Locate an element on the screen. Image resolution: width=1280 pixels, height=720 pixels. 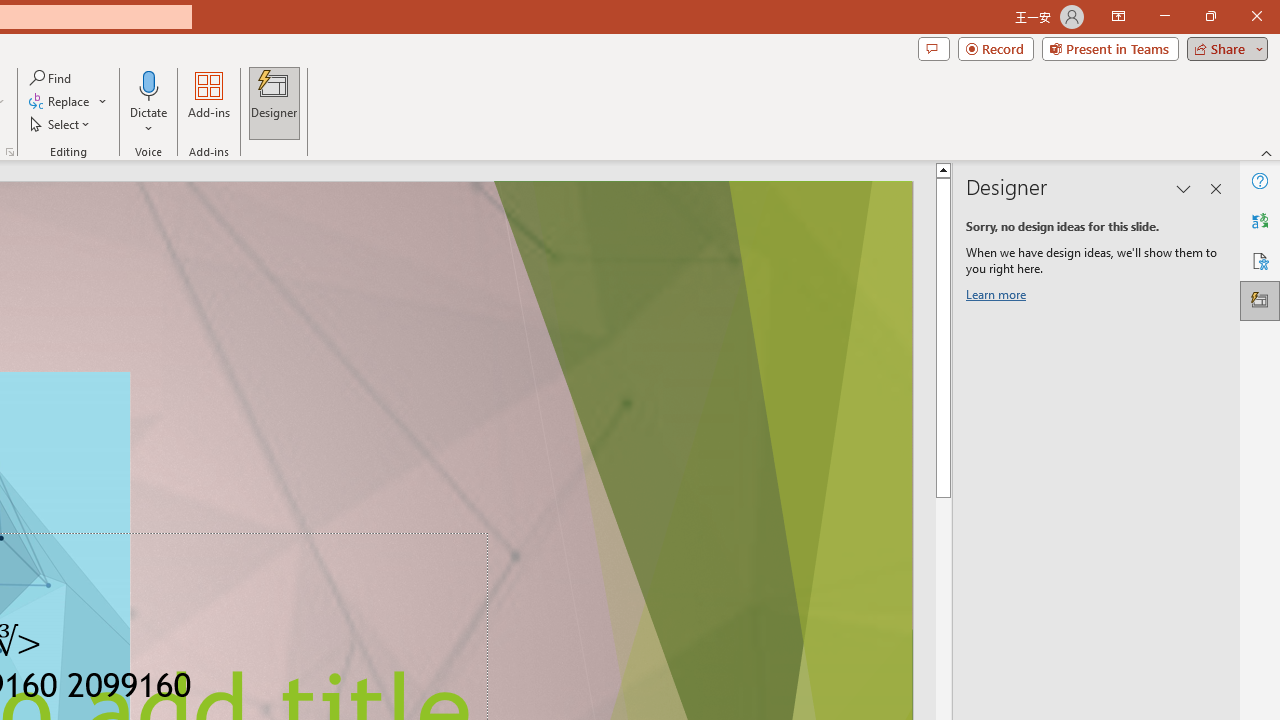
'Learn more' is located at coordinates (999, 298).